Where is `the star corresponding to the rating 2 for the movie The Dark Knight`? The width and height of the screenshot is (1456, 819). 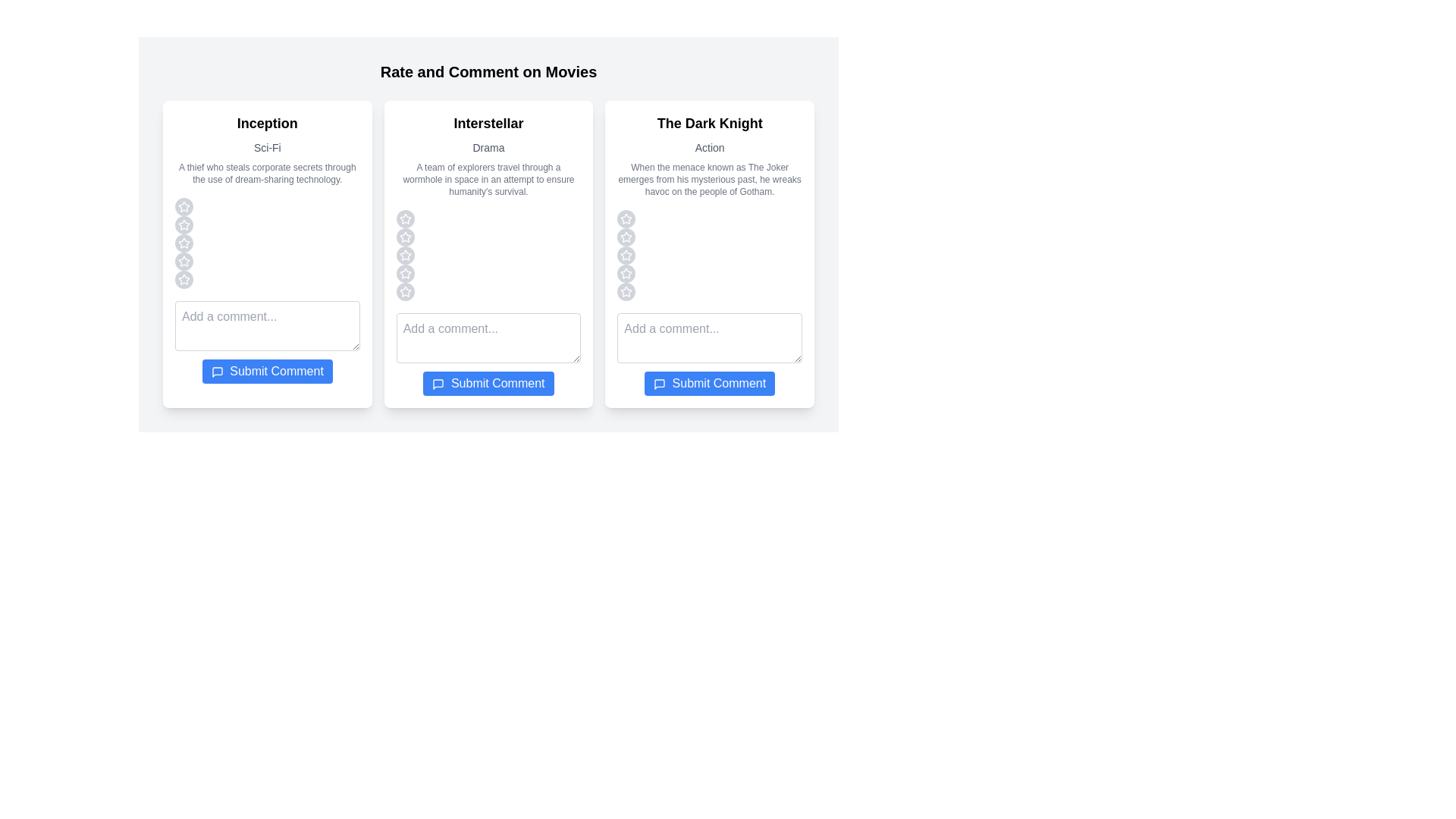
the star corresponding to the rating 2 for the movie The Dark Knight is located at coordinates (626, 237).